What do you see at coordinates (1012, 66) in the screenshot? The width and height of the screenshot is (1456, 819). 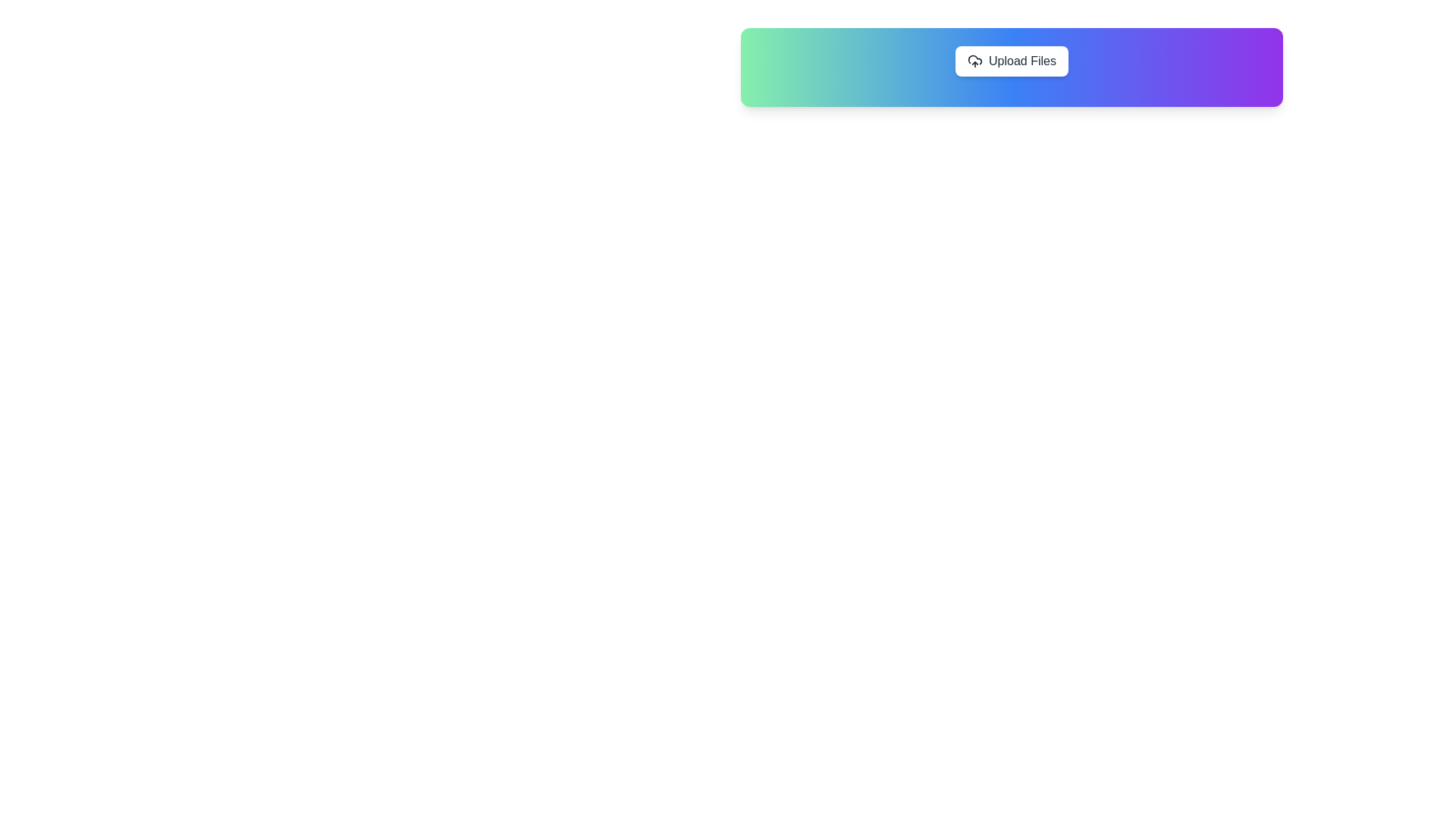 I see `files onto the 'Upload Files' button, which is a prominent interactive element with a gradient background and a cloud upload icon` at bounding box center [1012, 66].